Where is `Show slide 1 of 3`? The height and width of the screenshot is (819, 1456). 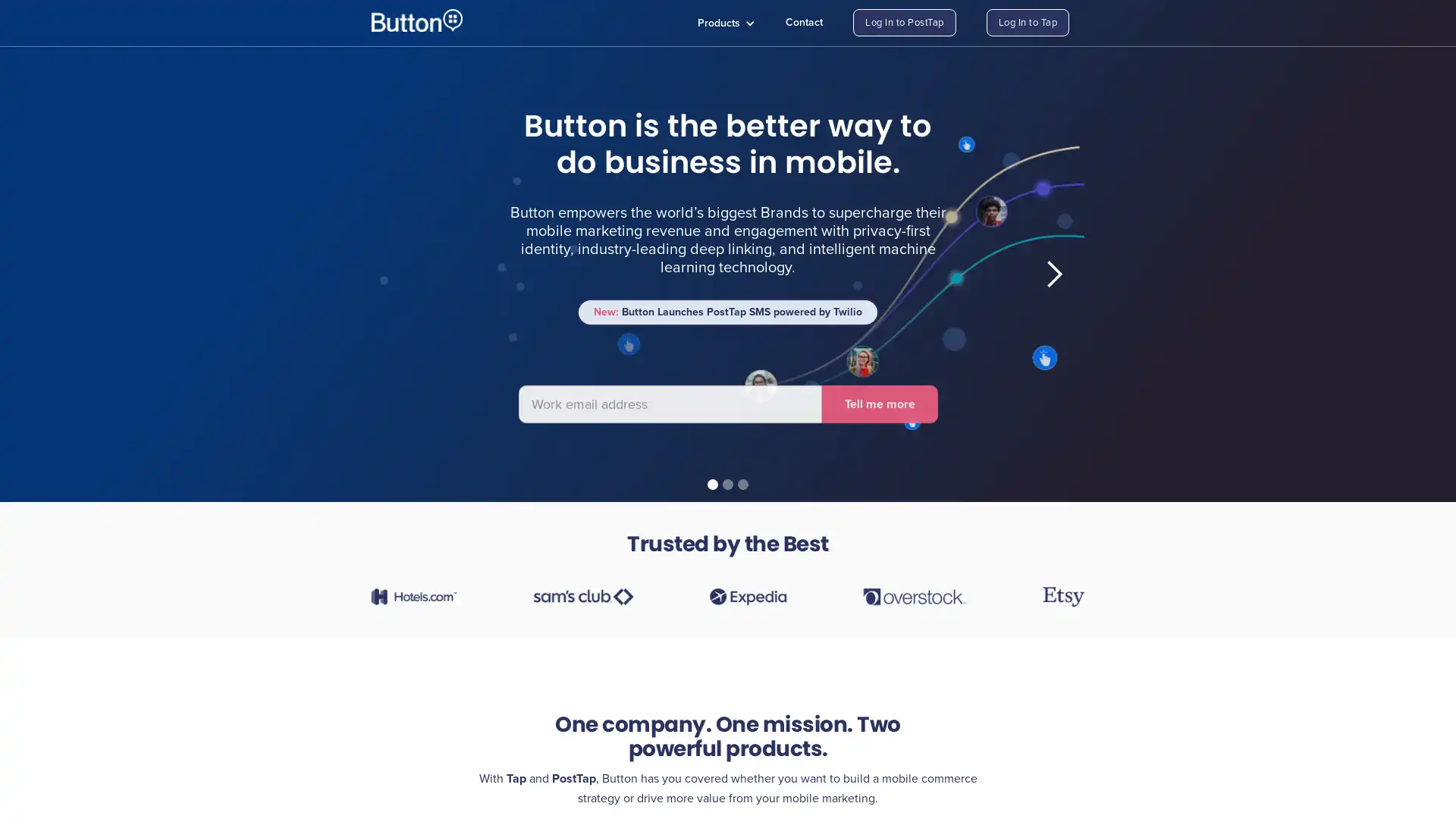
Show slide 1 of 3 is located at coordinates (712, 485).